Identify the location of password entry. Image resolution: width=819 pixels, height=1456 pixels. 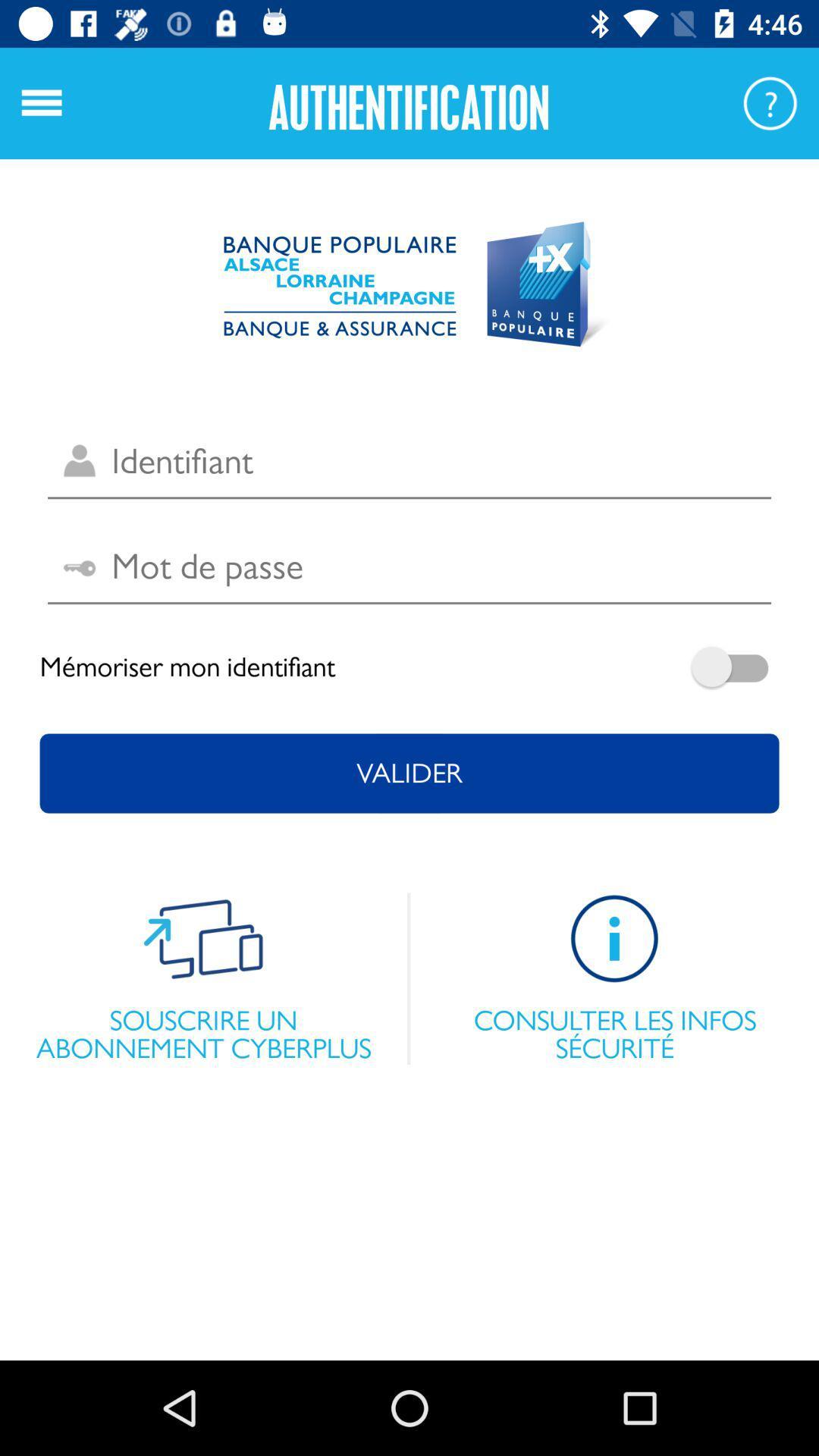
(409, 566).